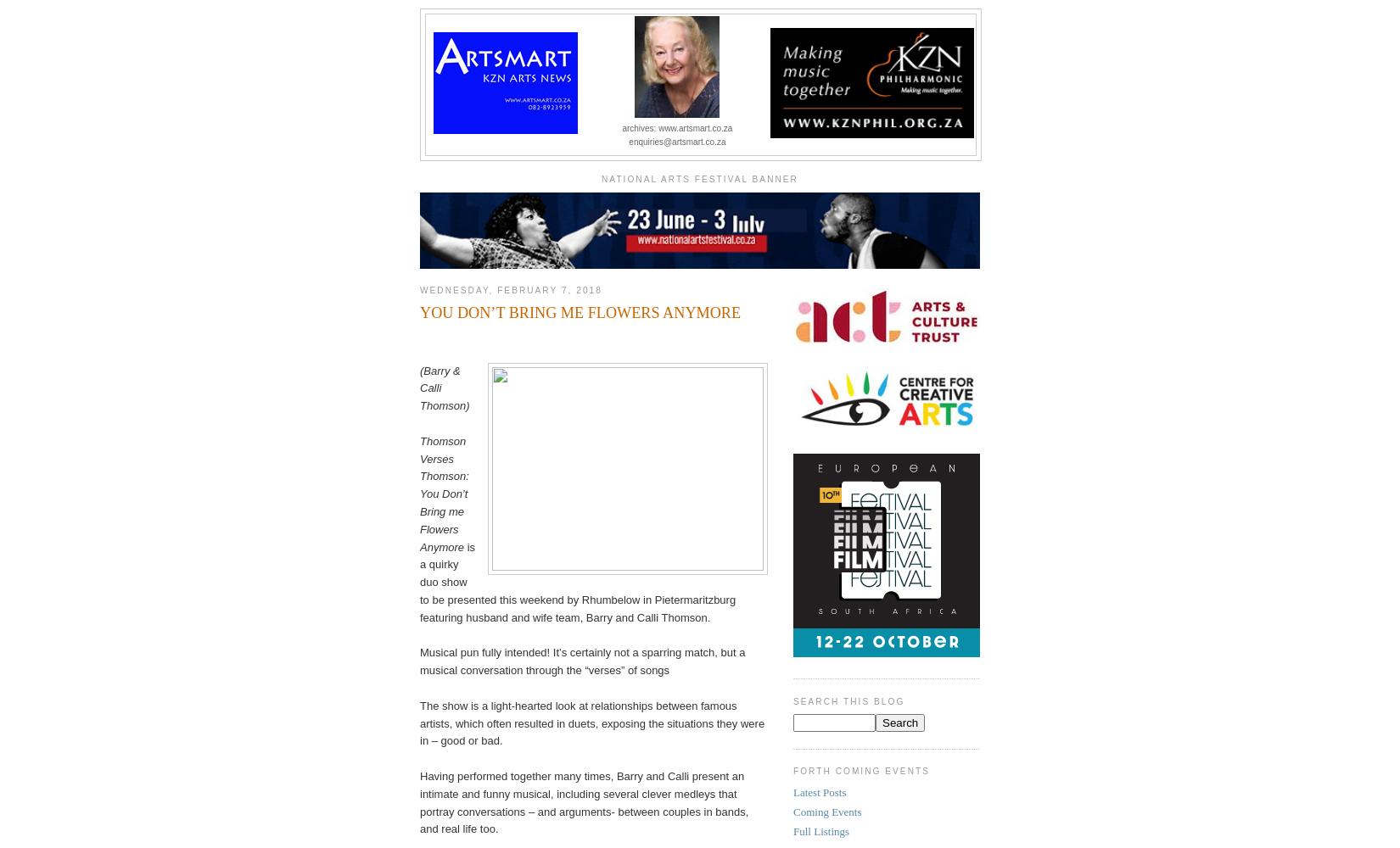 The width and height of the screenshot is (1400, 848). I want to click on 'quirky duo show to be presented this
weekend by Rhumbelow in Pietermaritzburg featuring husband and wife team, Barry
and Calli Thomson.', so click(576, 589).